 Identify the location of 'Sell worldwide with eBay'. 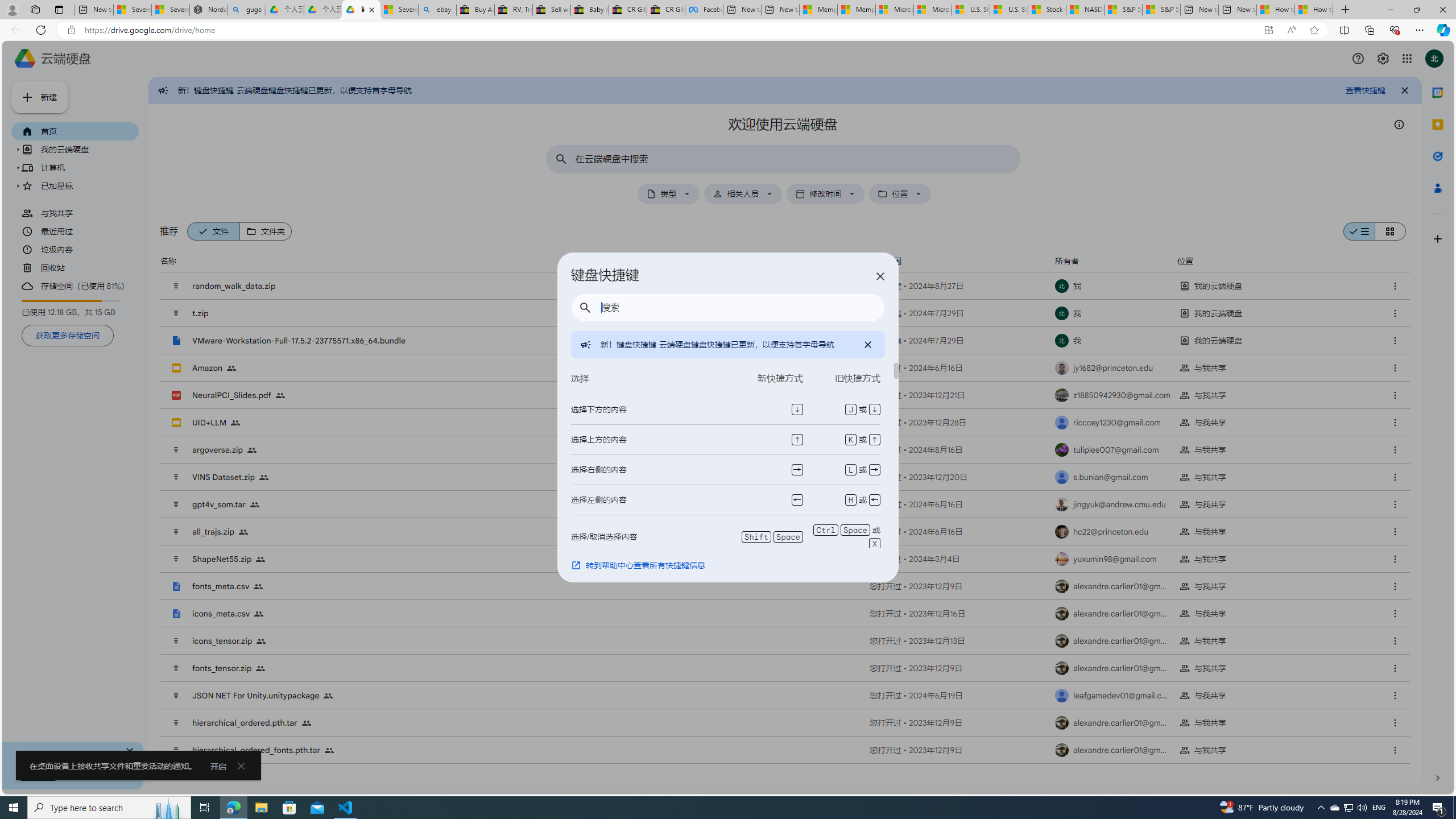
(550, 9).